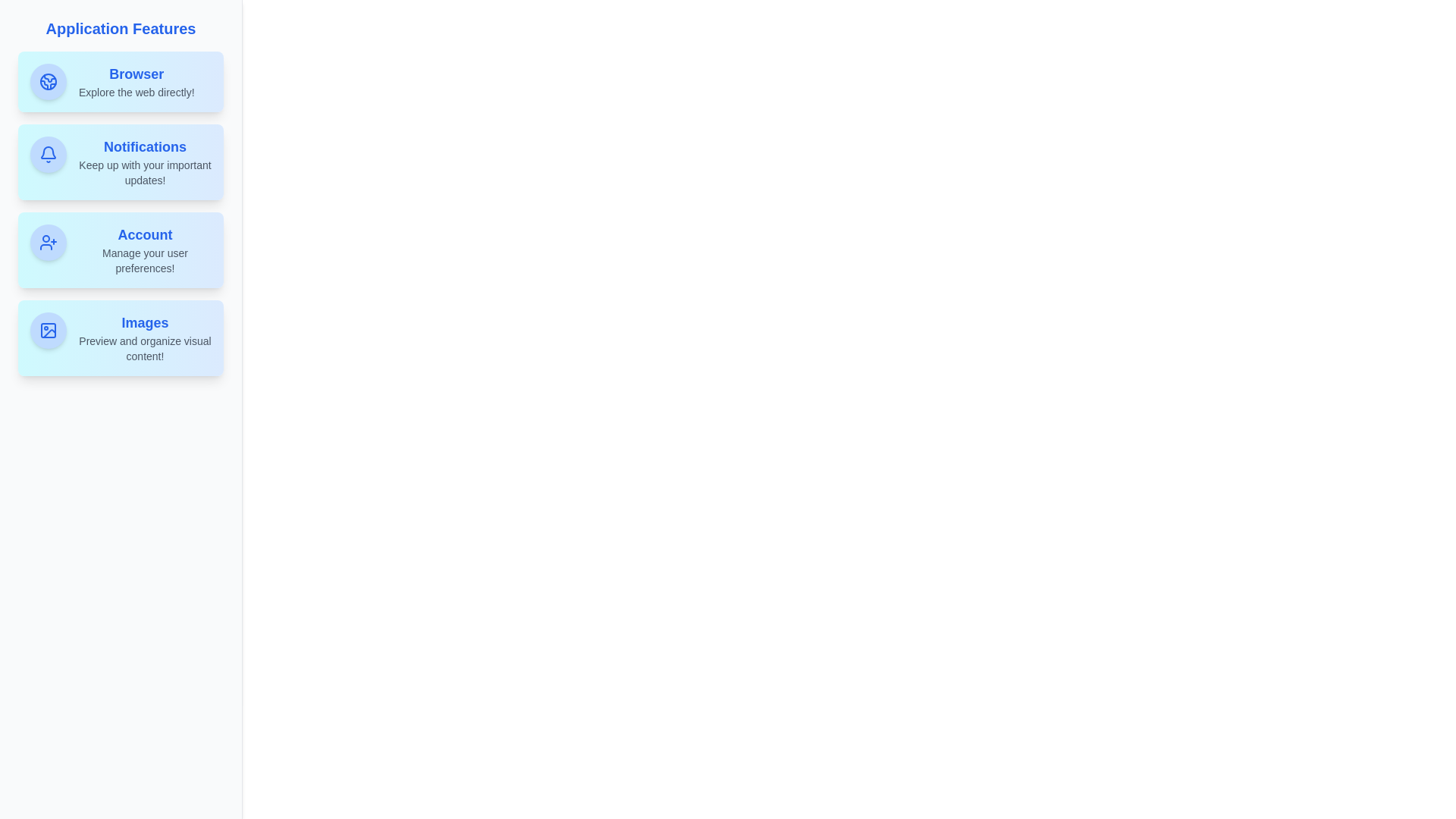  I want to click on the toggle button located at the top-left corner of the screen to toggle the visibility of the drawer panel, so click(33, 33).